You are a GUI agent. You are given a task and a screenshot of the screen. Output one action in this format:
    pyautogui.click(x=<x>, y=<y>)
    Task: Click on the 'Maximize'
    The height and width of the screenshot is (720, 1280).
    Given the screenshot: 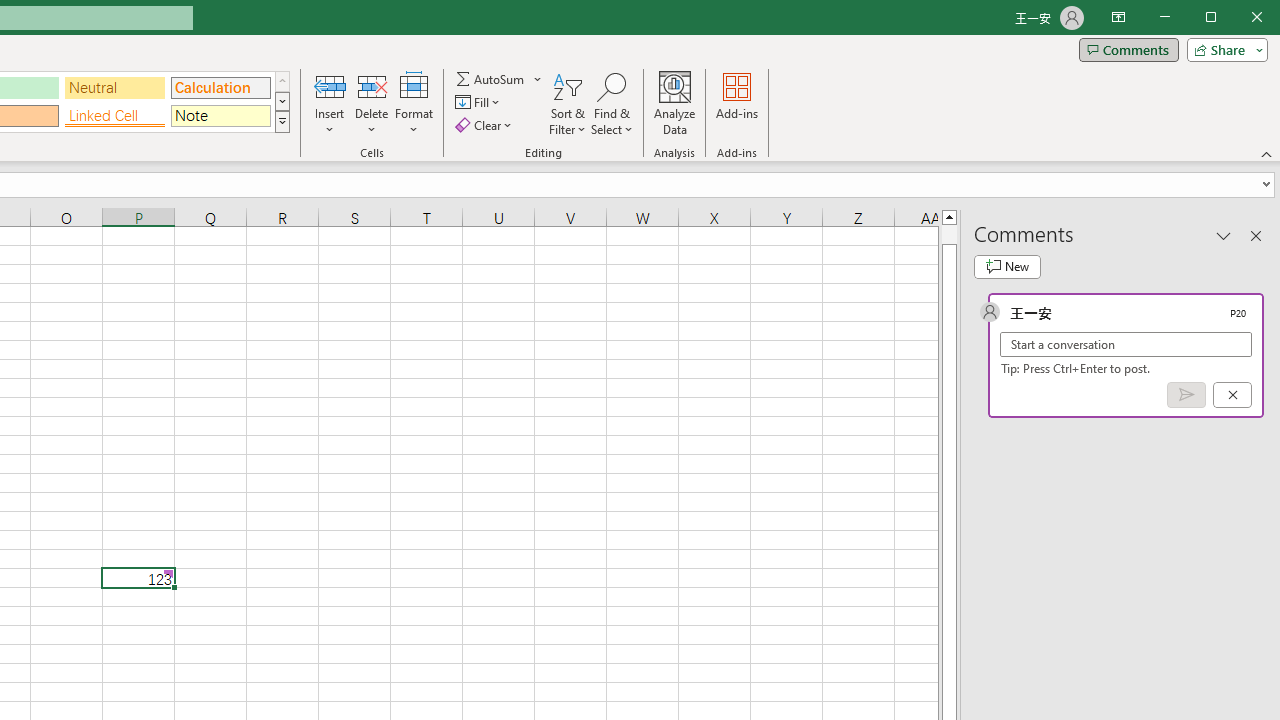 What is the action you would take?
    pyautogui.click(x=1238, y=19)
    